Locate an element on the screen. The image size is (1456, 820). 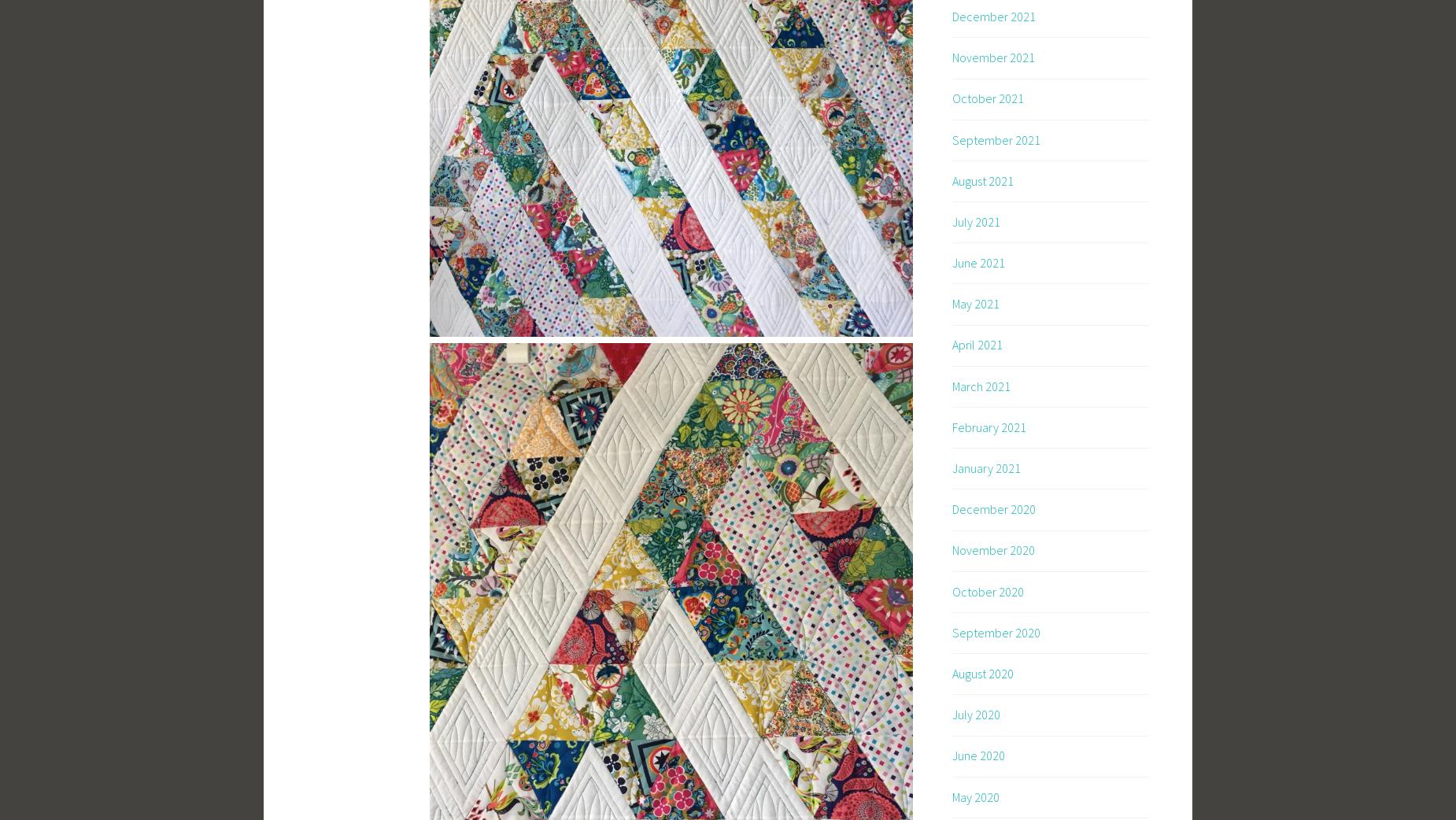
'July 2021' is located at coordinates (975, 221).